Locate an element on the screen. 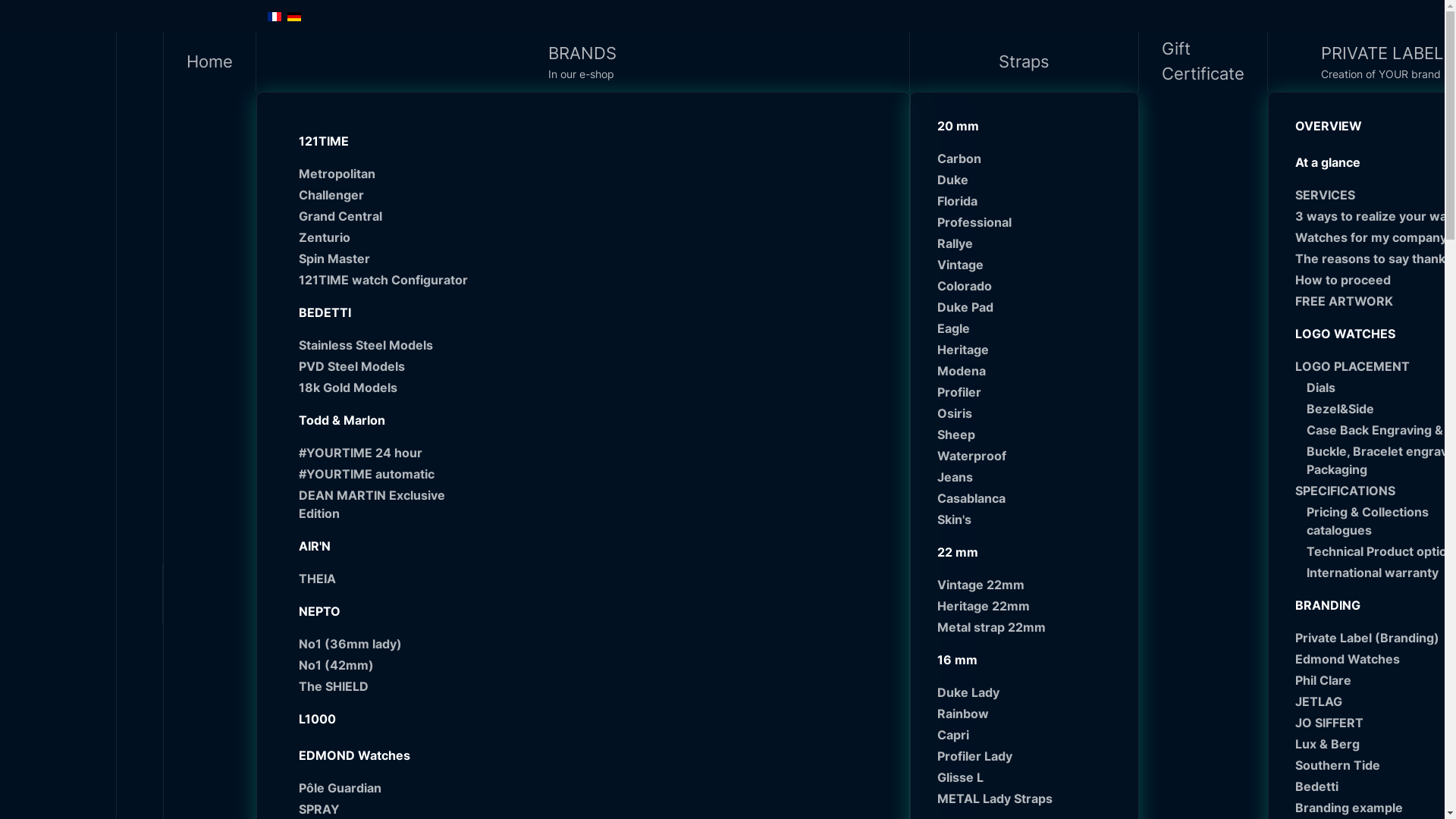 This screenshot has height=819, width=1456. 'Rainbow' is located at coordinates (1030, 714).